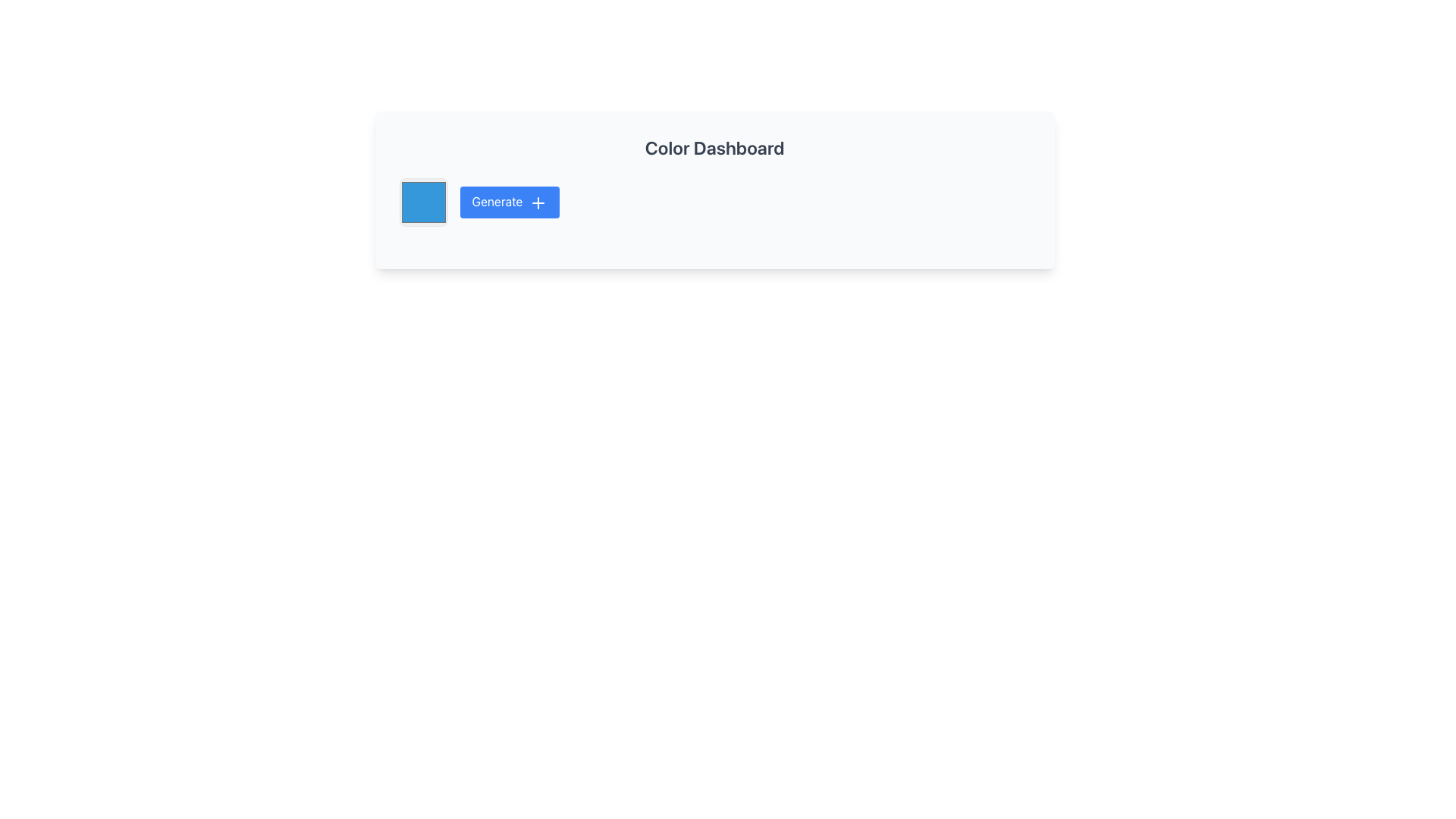 This screenshot has height=819, width=1456. Describe the element at coordinates (510, 201) in the screenshot. I see `the generate button located in the middle section of the interface to interact via keyboard` at that location.